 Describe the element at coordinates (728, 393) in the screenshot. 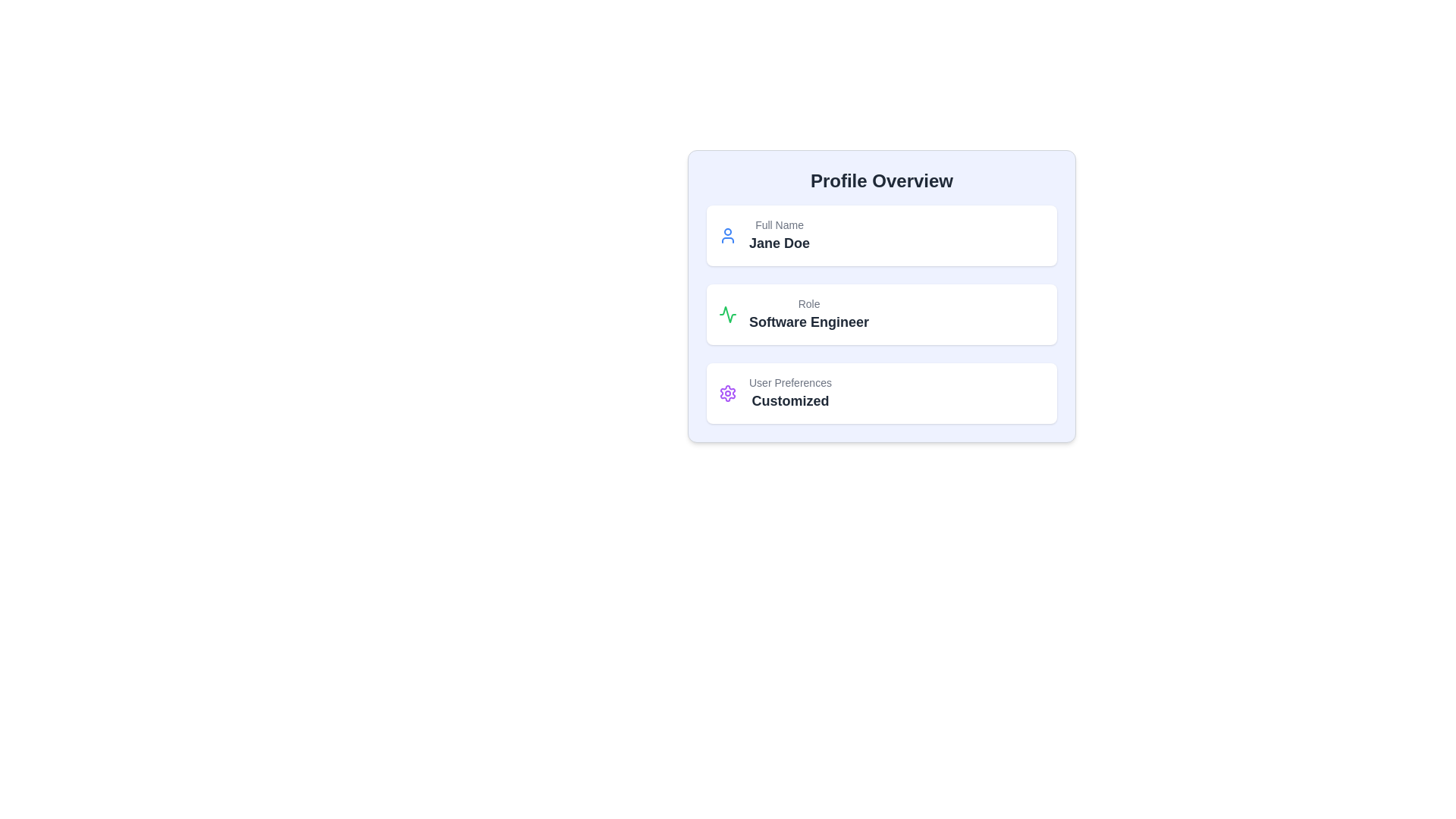

I see `the gear-shaped icon, which is purple and located in the middle-right part of the interface` at that location.